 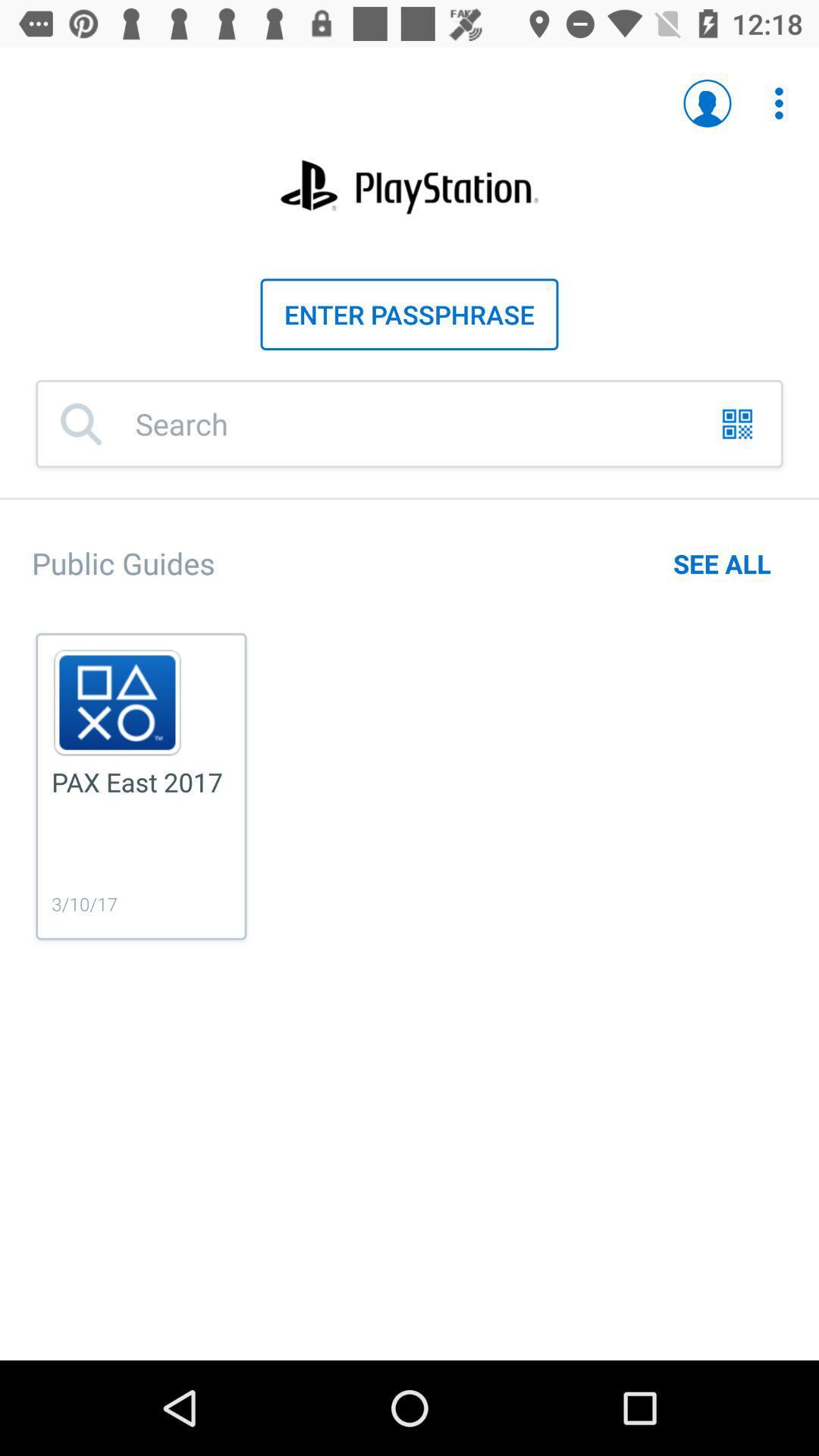 I want to click on the avatar icon, so click(x=708, y=102).